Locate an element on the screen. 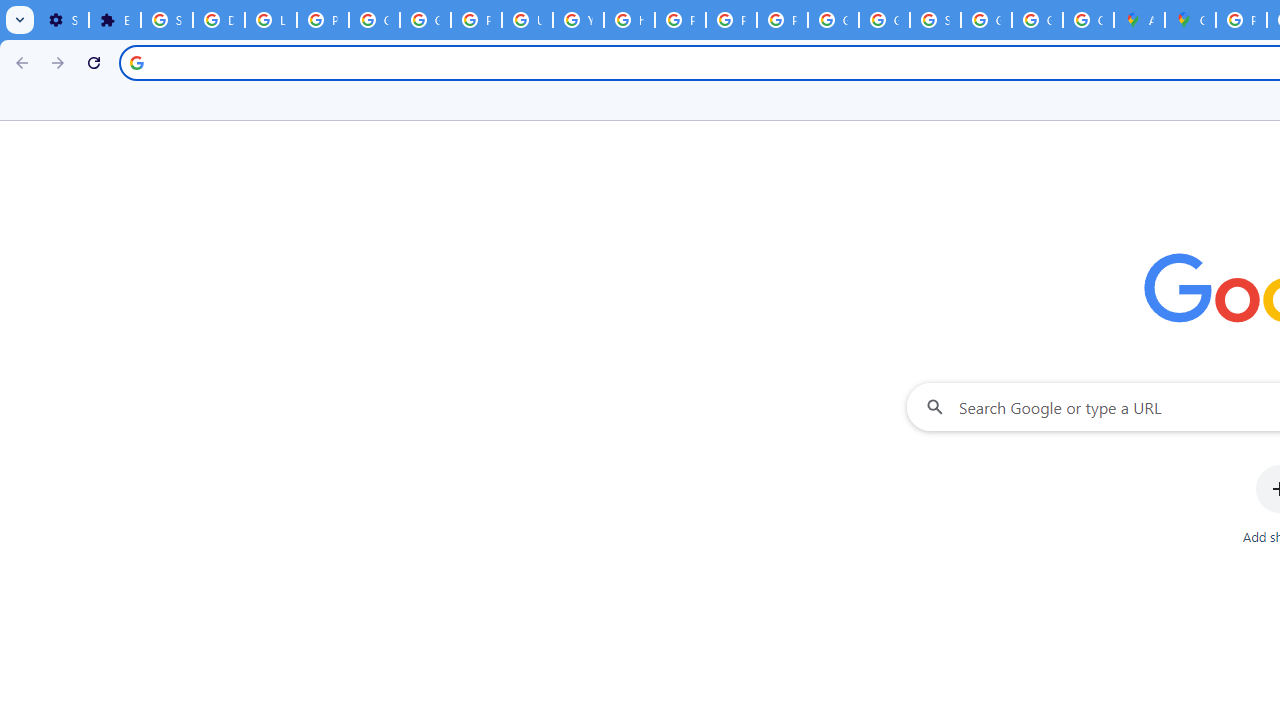 The image size is (1280, 720). 'Learn how to find your photos - Google Photos Help' is located at coordinates (269, 20).